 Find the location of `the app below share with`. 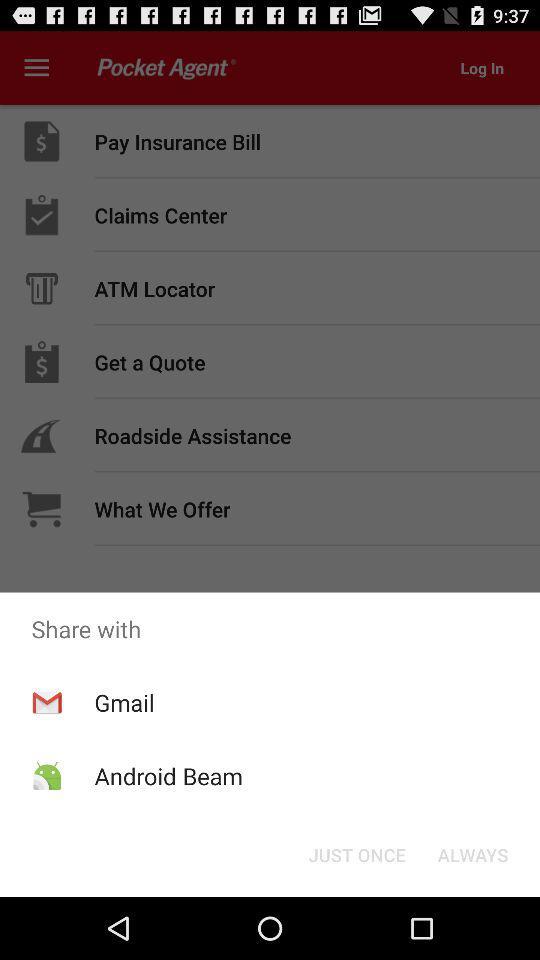

the app below share with is located at coordinates (472, 853).